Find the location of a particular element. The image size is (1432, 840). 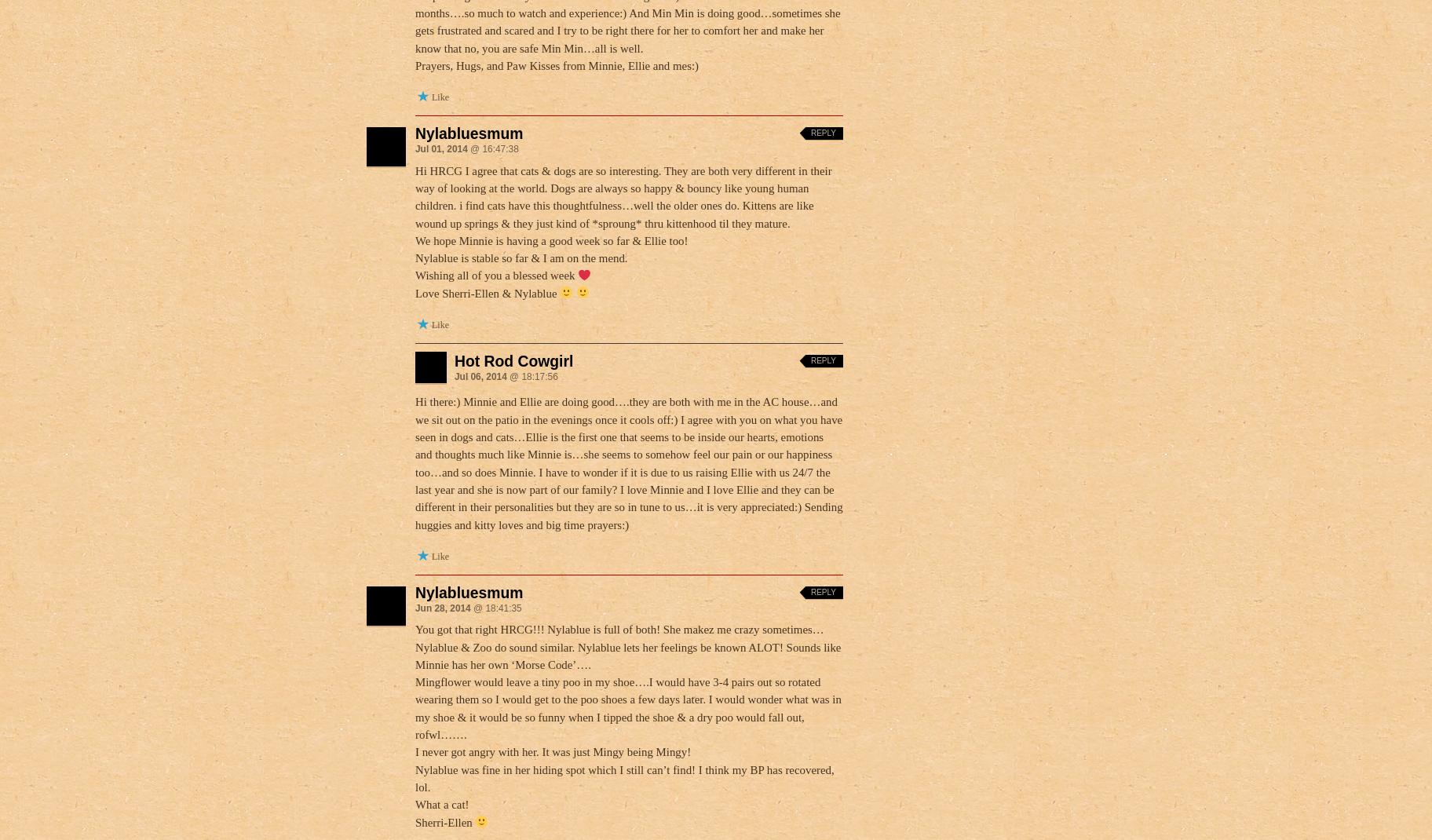

'I never got angry with her. It was just Mingy being Mingy!' is located at coordinates (553, 751).